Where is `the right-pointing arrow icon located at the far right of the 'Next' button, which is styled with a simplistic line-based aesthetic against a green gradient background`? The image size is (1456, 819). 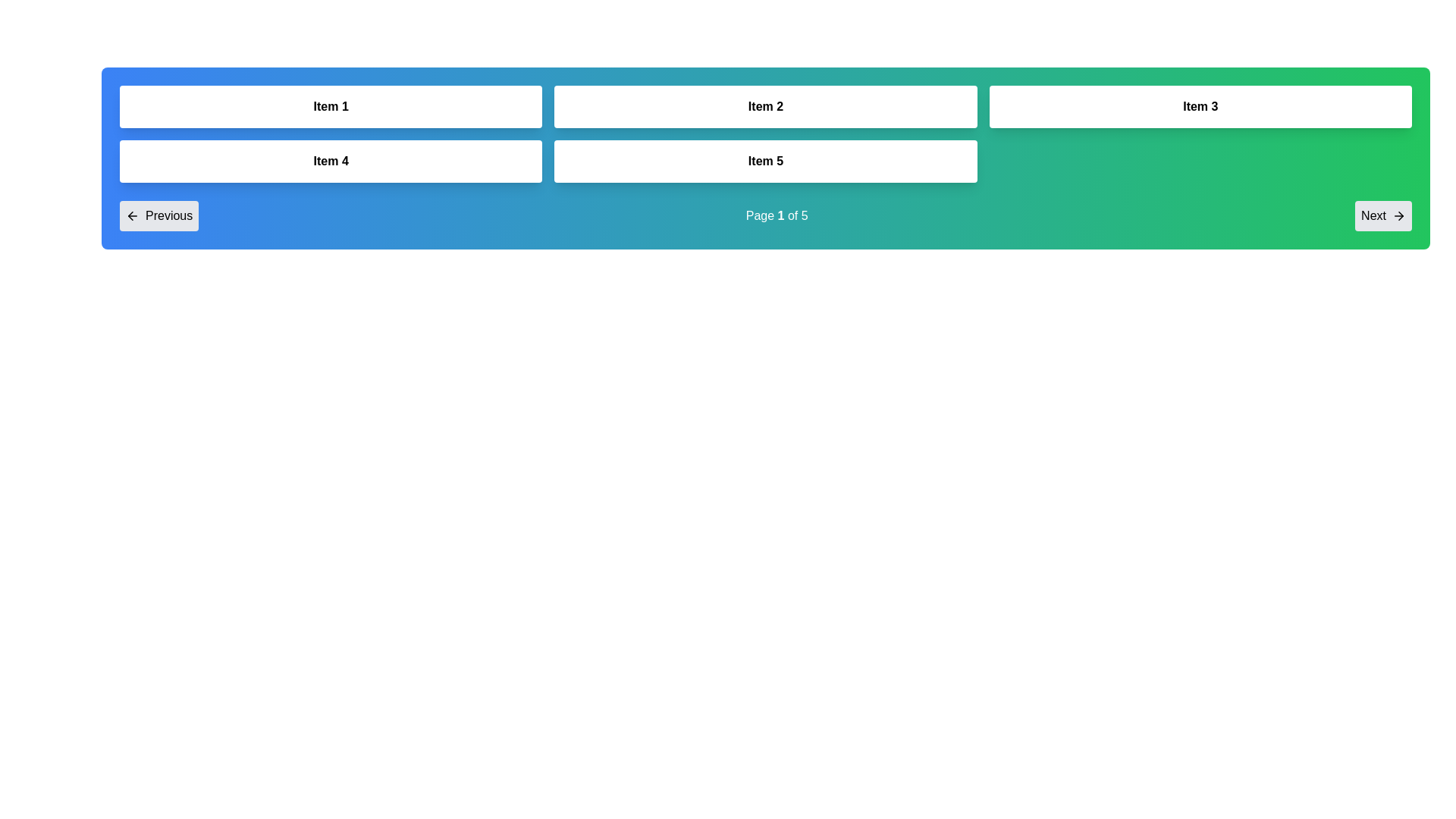
the right-pointing arrow icon located at the far right of the 'Next' button, which is styled with a simplistic line-based aesthetic against a green gradient background is located at coordinates (1400, 216).